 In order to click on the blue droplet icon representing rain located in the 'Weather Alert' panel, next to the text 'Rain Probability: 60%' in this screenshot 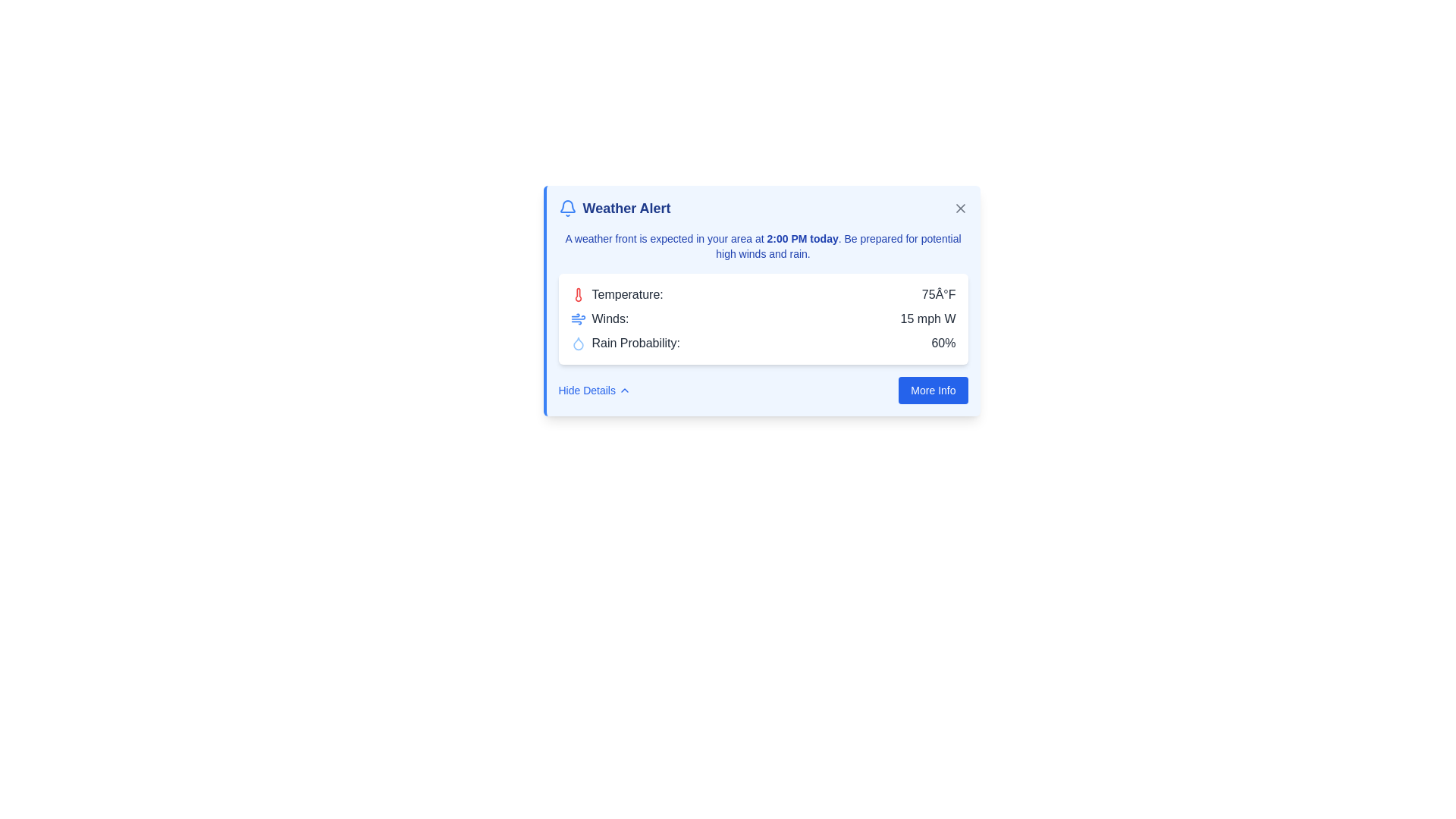, I will do `click(577, 343)`.